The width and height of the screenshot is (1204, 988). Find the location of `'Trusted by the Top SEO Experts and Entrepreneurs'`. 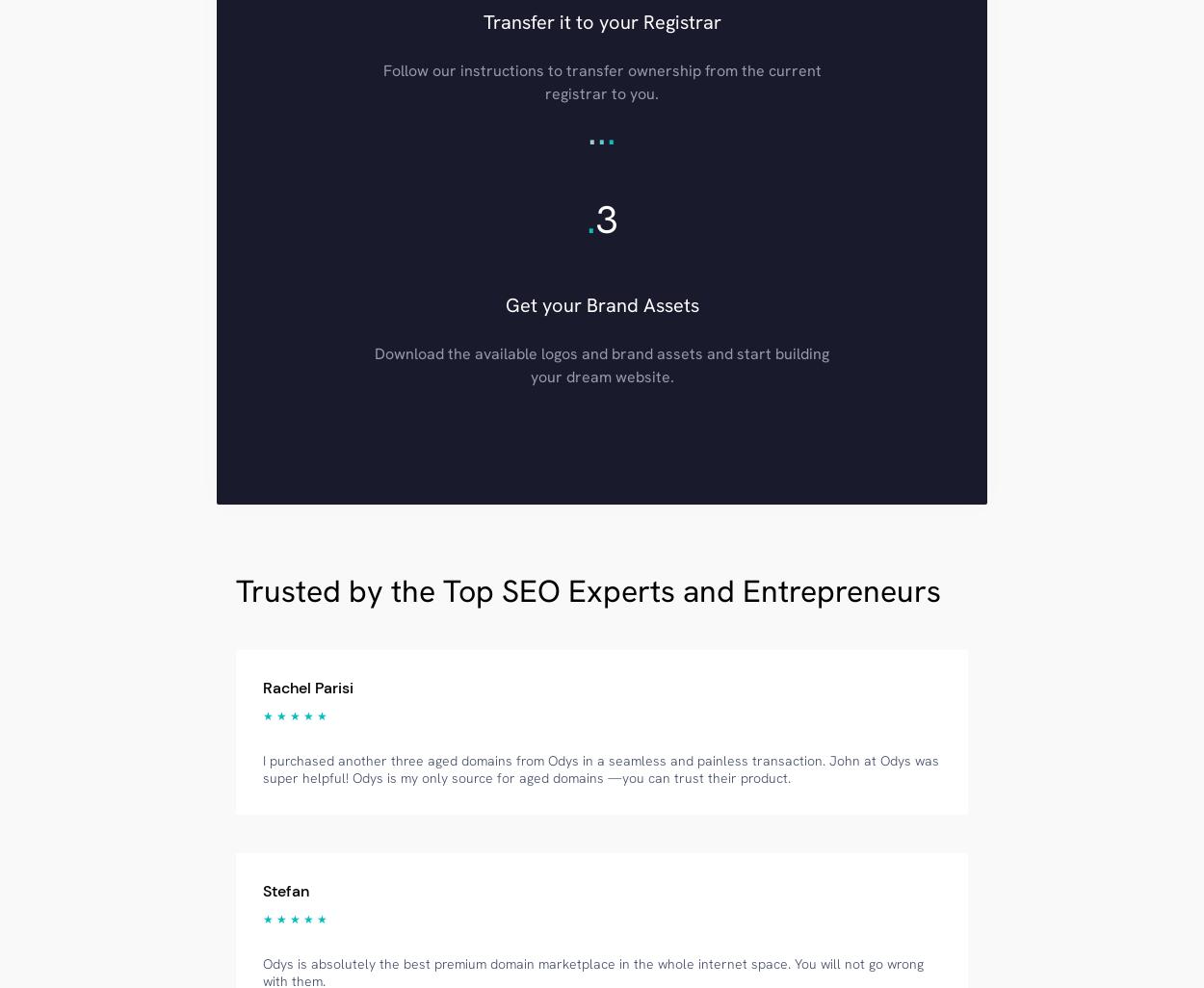

'Trusted by the Top SEO Experts and Entrepreneurs' is located at coordinates (588, 589).